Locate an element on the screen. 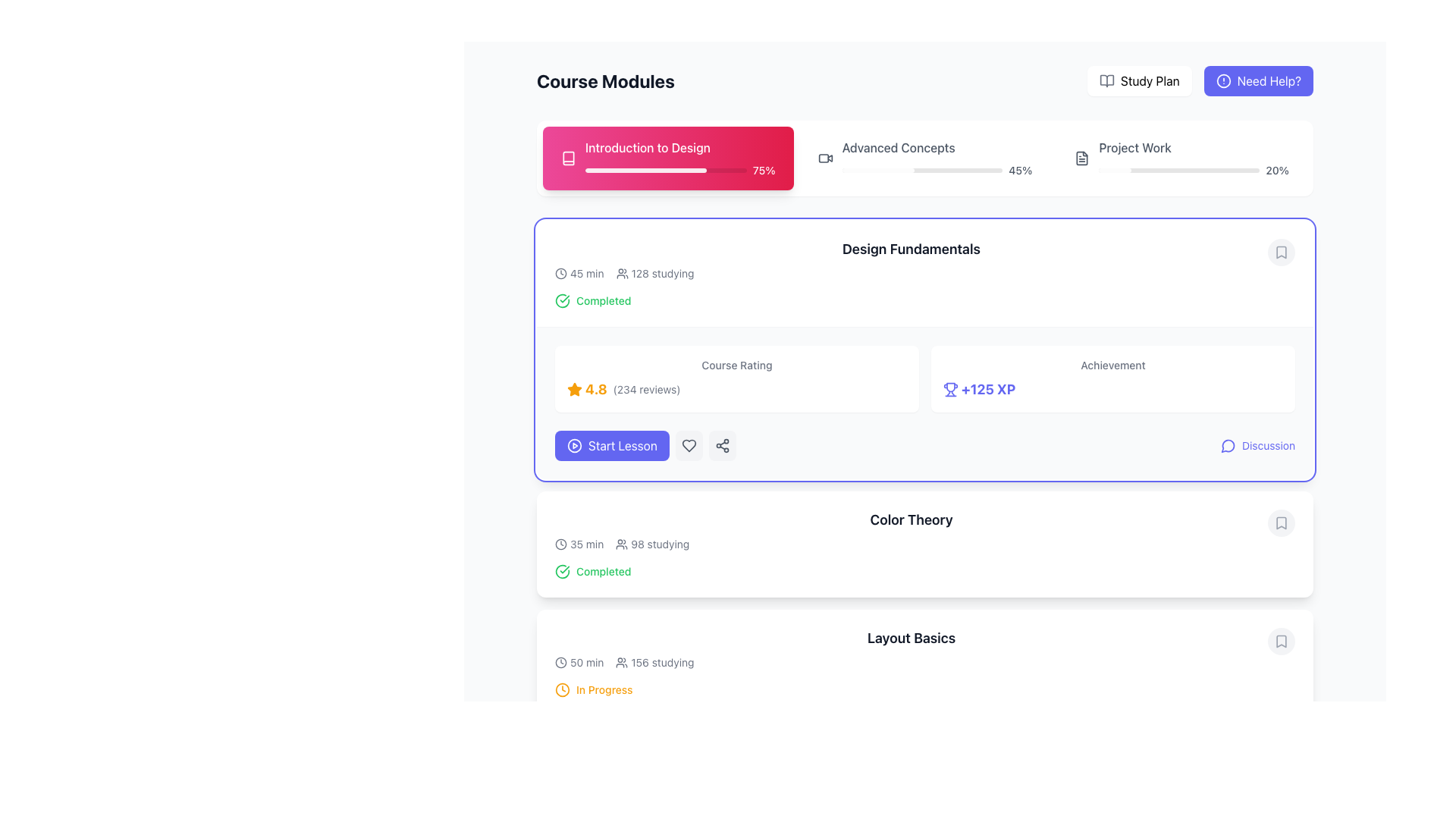  the bold textual indication of the number '4.8', styled in an orange-yellowish hue, which is positioned horizontally between a star icon and the text '(234 reviews)' in the 'Design Fundamentals' module is located at coordinates (595, 388).